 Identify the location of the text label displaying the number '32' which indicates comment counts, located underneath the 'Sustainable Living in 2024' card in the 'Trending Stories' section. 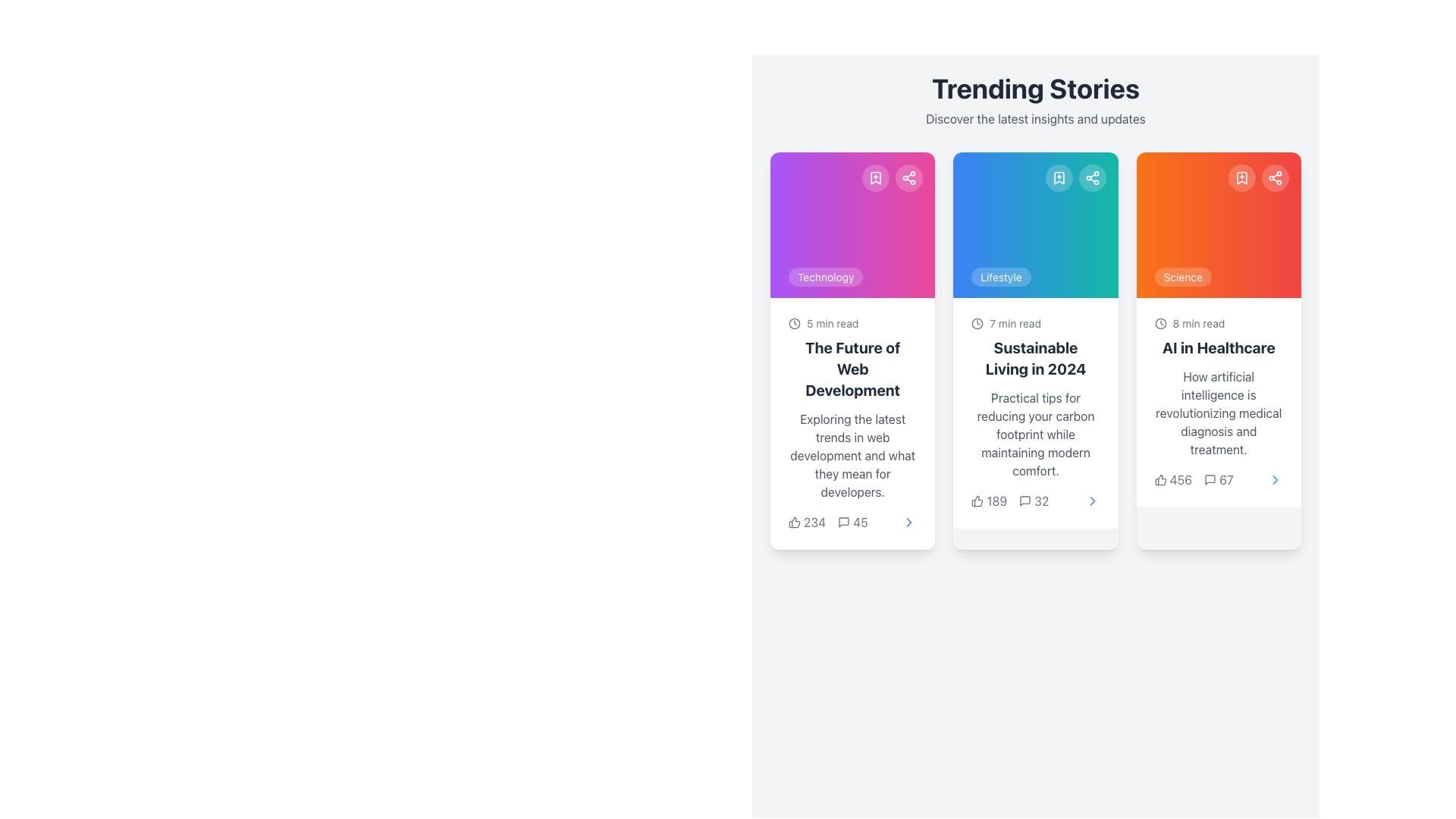
(1040, 500).